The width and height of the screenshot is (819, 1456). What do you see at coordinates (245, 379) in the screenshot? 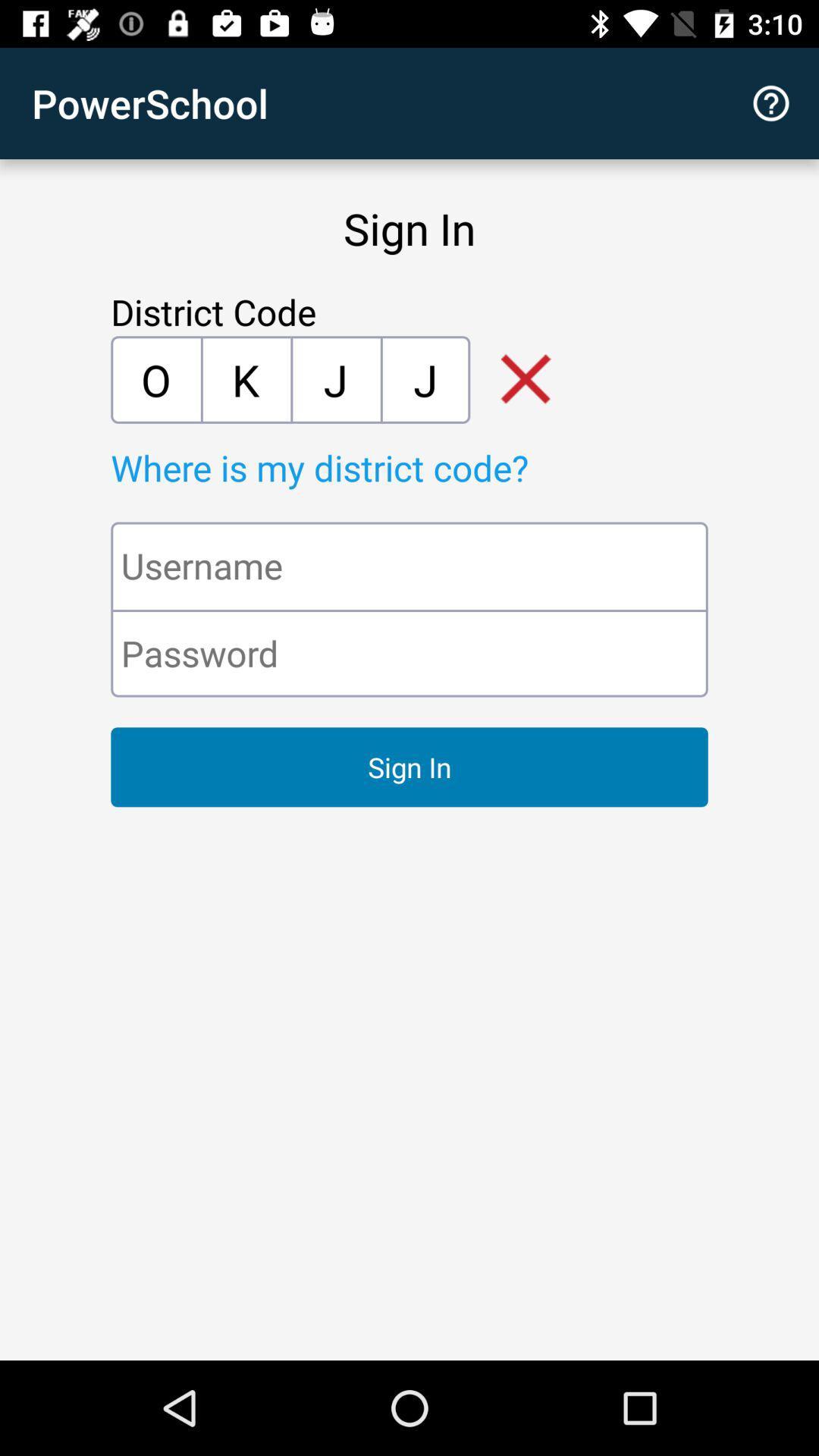
I see `the item to the left of the j item` at bounding box center [245, 379].